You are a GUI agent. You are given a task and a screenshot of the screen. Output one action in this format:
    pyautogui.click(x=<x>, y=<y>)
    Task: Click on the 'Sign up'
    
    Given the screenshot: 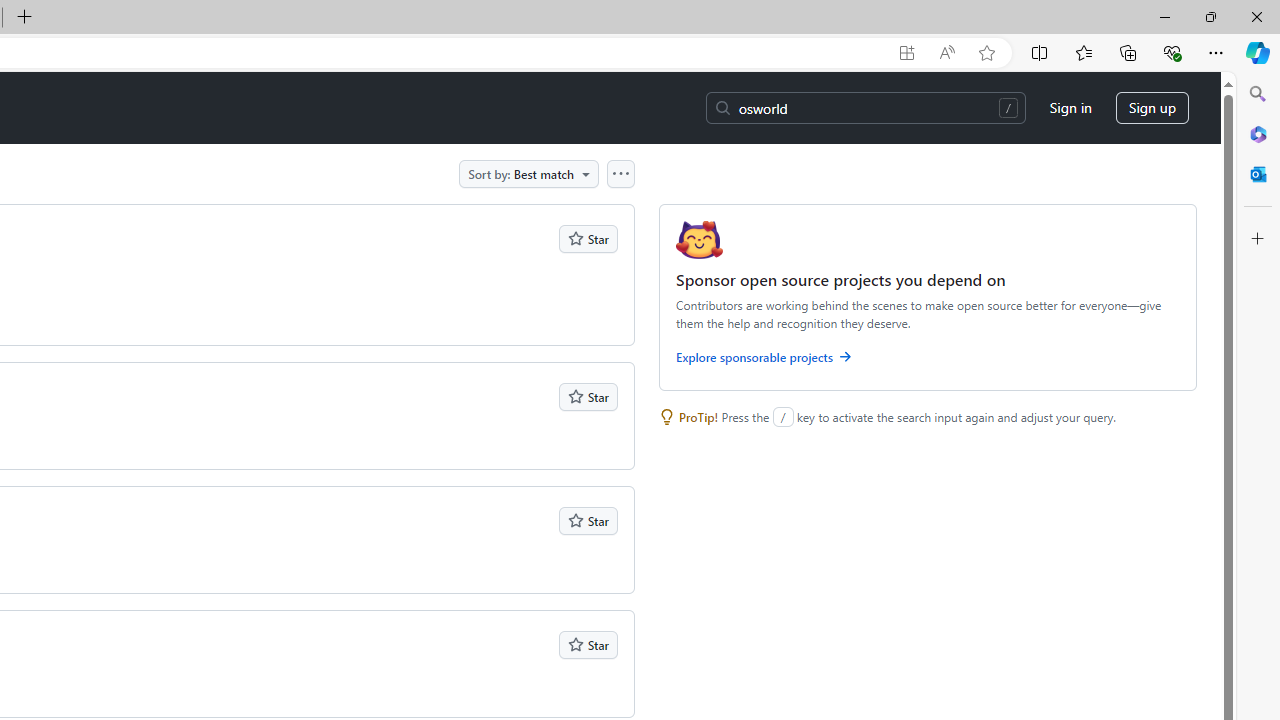 What is the action you would take?
    pyautogui.click(x=1152, y=108)
    